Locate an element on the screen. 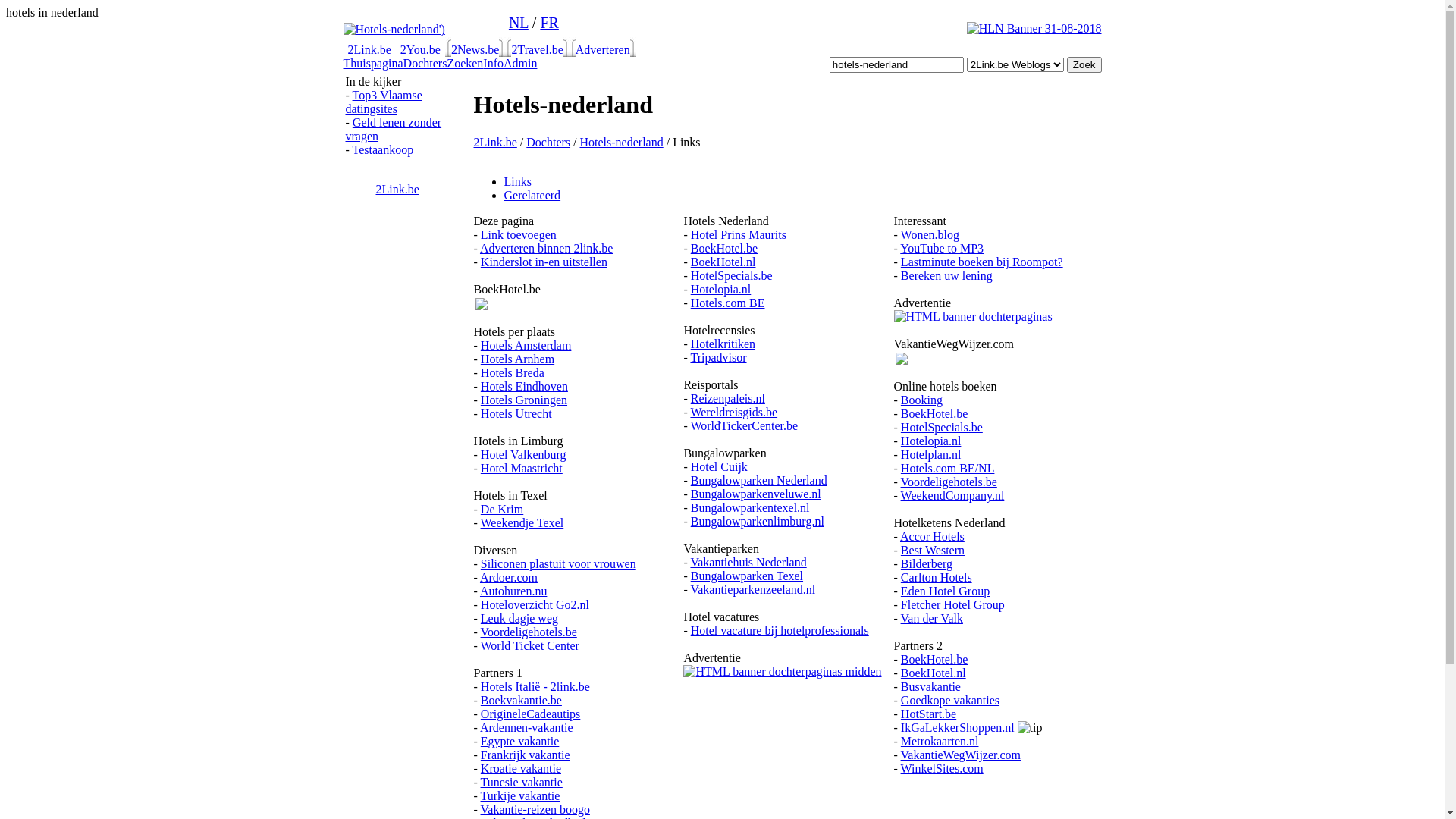 This screenshot has width=1456, height=819. 'Hotel Maastricht' is located at coordinates (479, 467).